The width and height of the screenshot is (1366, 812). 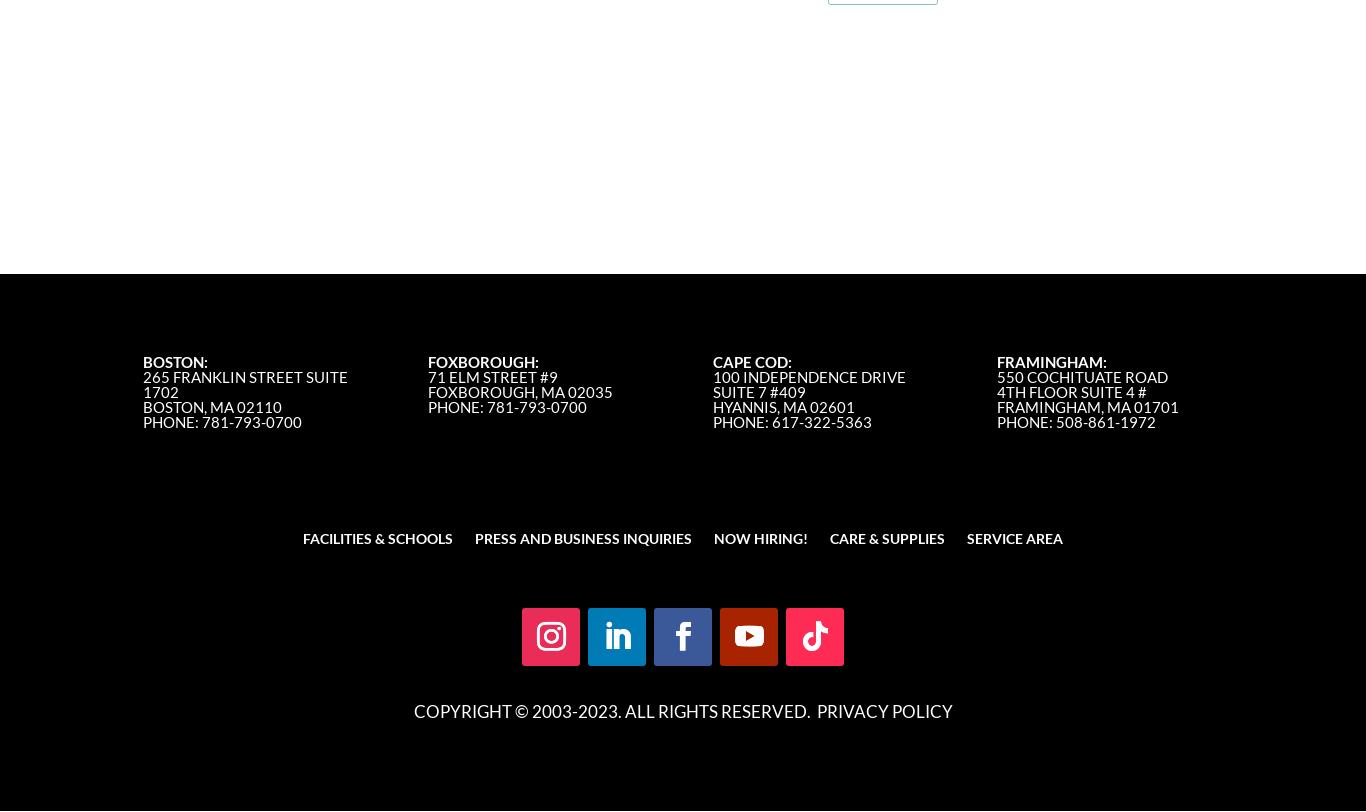 I want to click on '617-322-5363', so click(x=819, y=420).